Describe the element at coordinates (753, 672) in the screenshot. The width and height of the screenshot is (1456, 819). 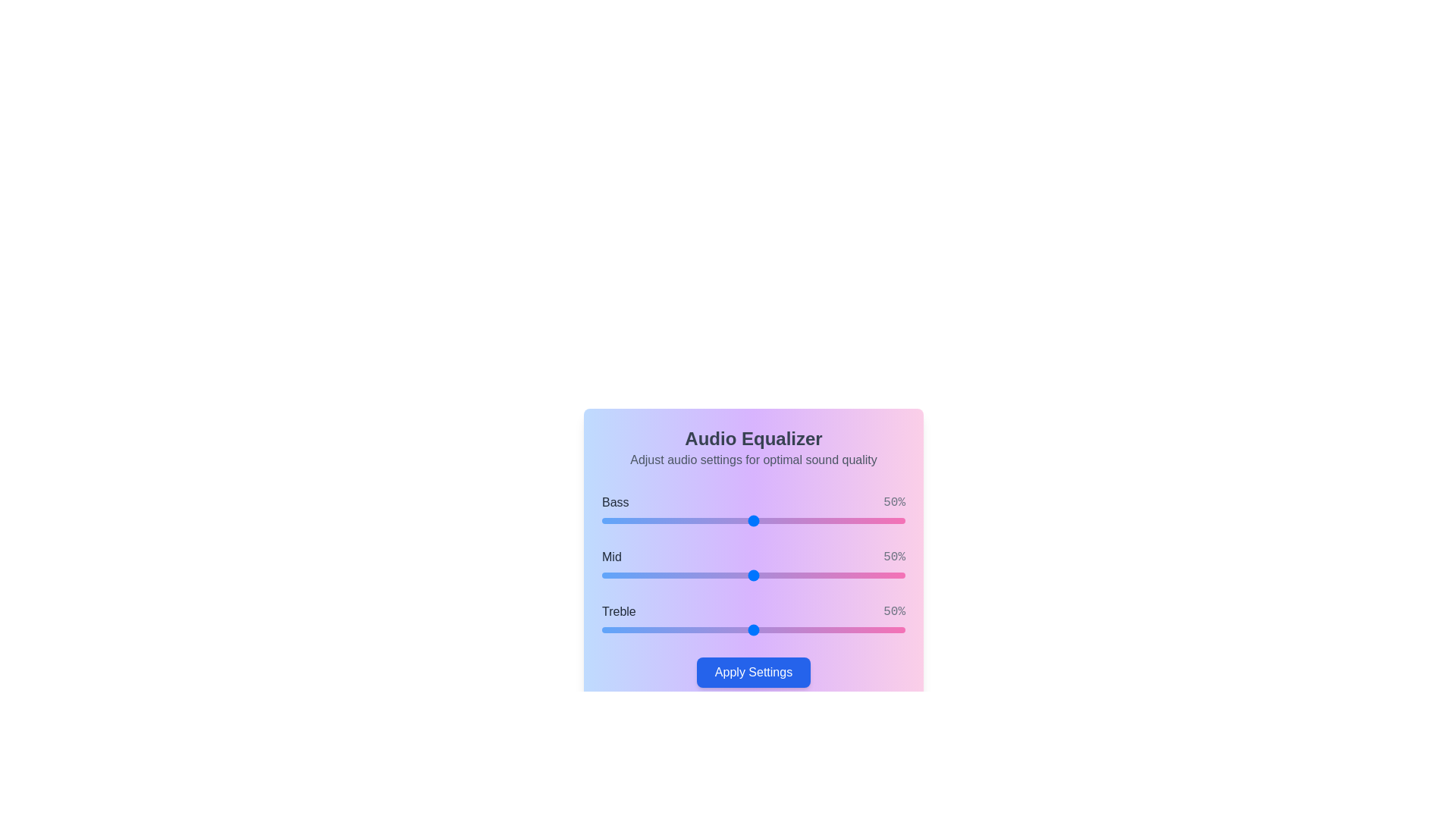
I see `the 'Apply Settings' button` at that location.